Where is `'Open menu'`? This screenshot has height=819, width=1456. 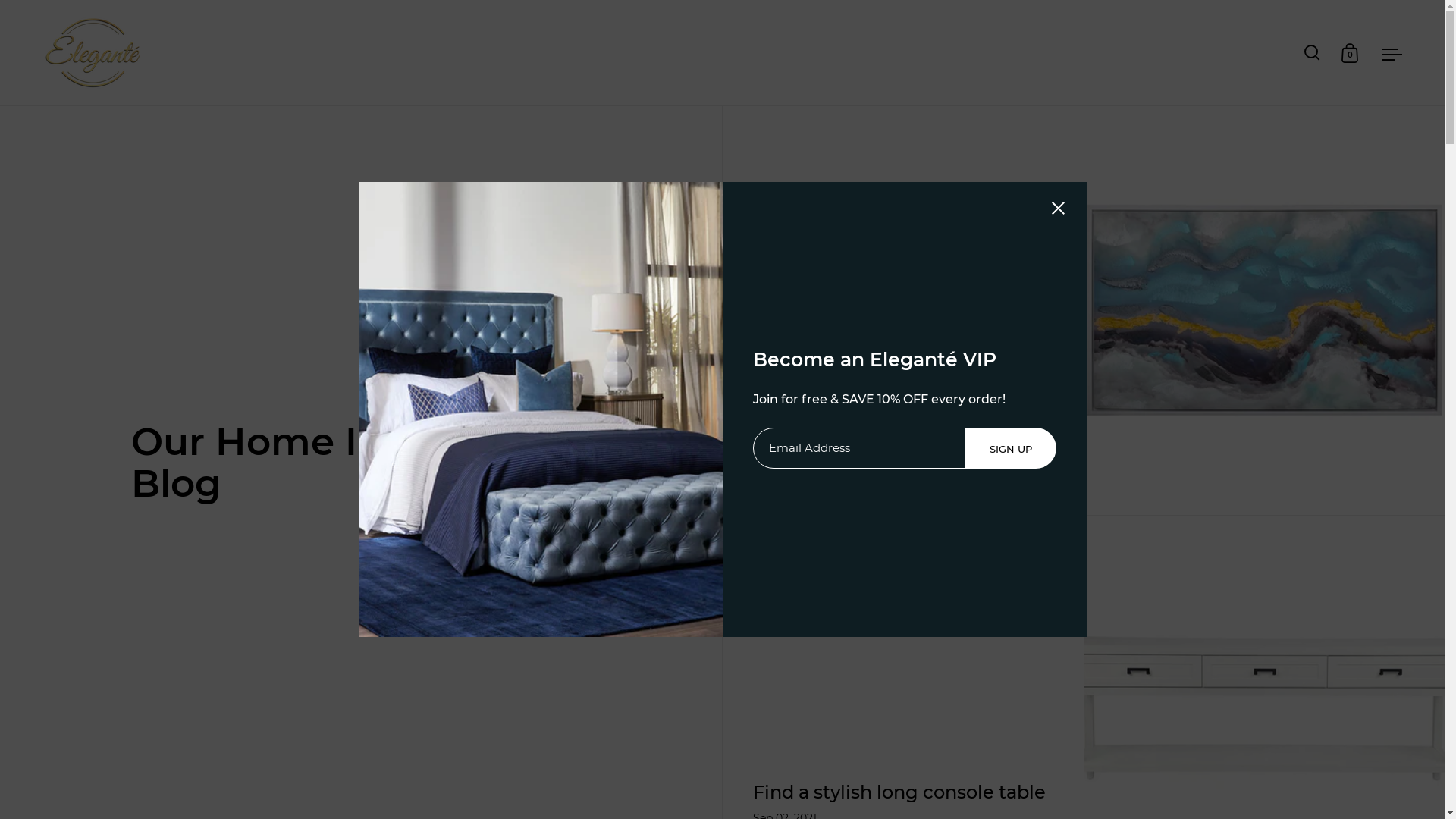
'Open menu' is located at coordinates (1376, 52).